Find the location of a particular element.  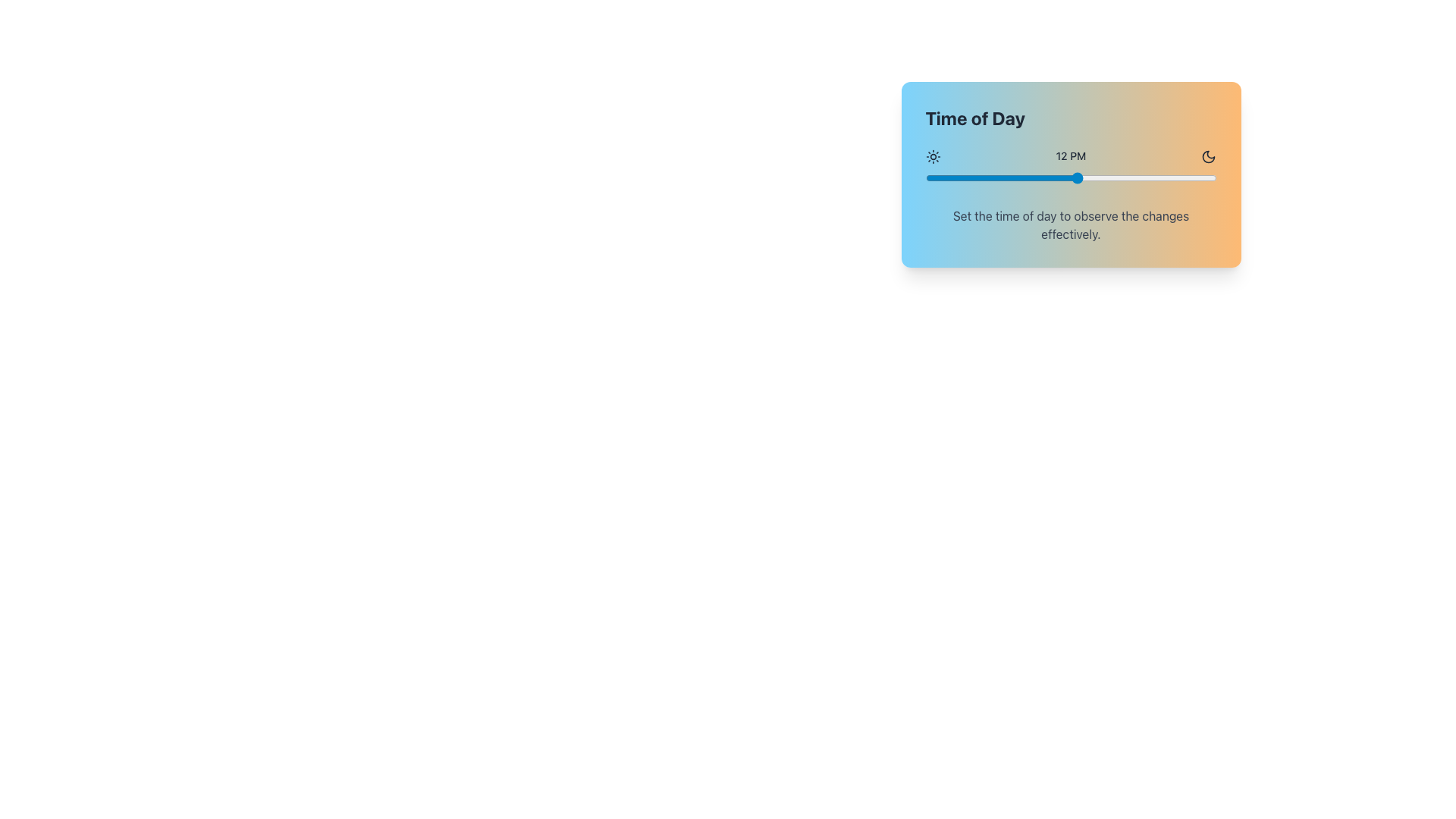

the slider value is located at coordinates (1178, 177).